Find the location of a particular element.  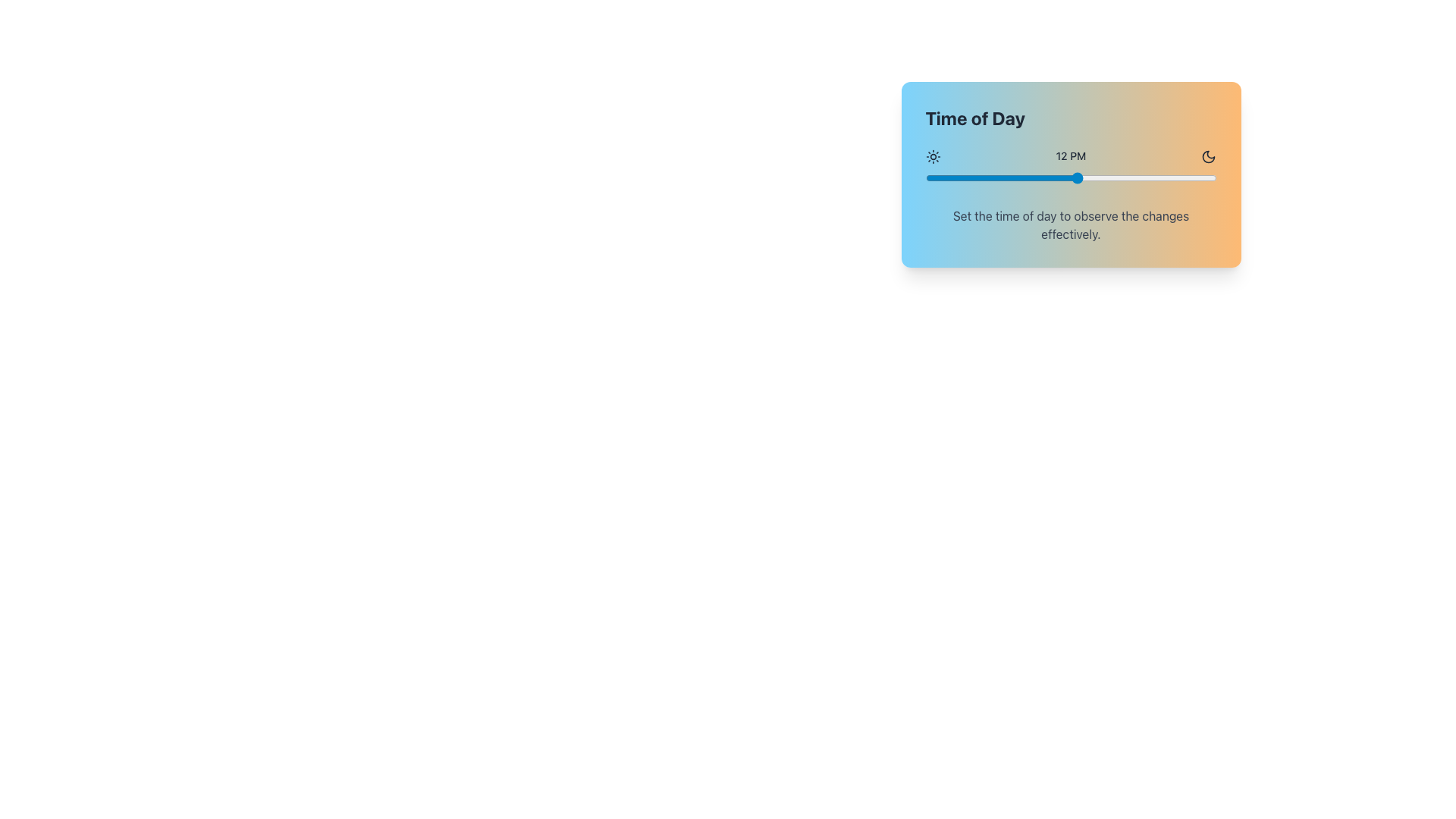

the slider value is located at coordinates (1178, 177).